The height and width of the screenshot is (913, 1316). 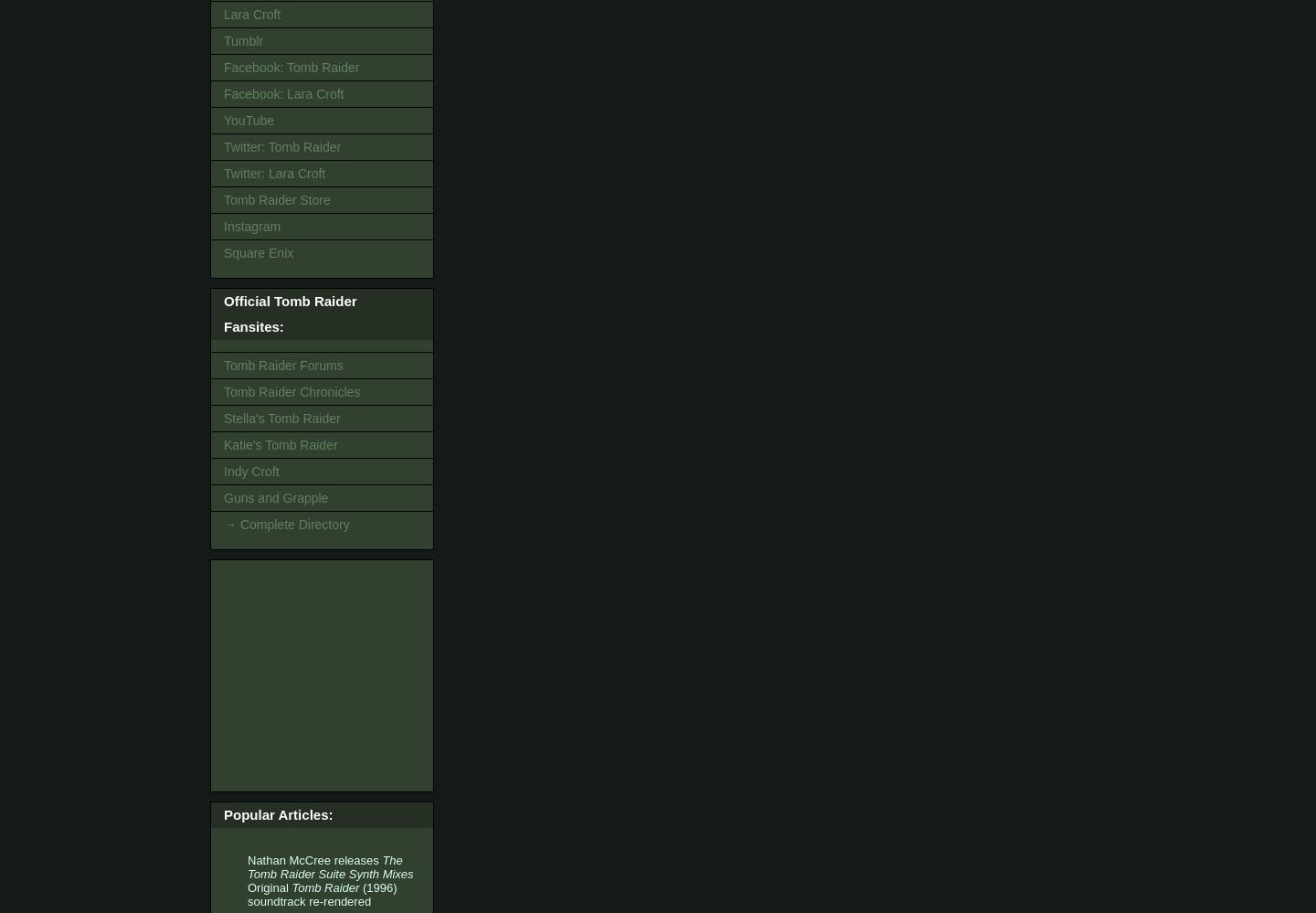 I want to click on 'Facebook: Tomb Raider', so click(x=291, y=67).